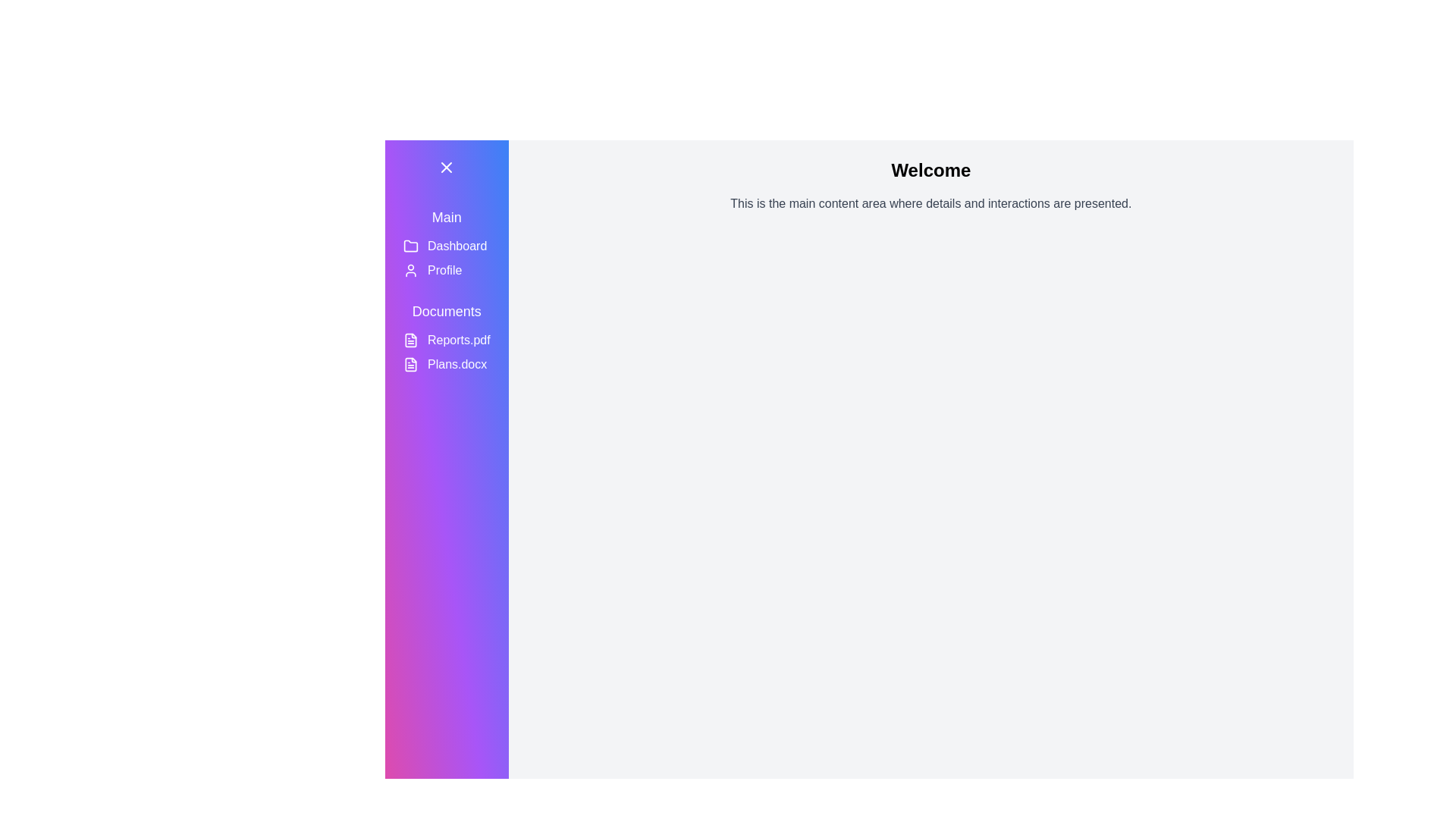 The image size is (1456, 819). Describe the element at coordinates (446, 167) in the screenshot. I see `the white 'X' icon button located at the top of the gradient-colored sidebar` at that location.